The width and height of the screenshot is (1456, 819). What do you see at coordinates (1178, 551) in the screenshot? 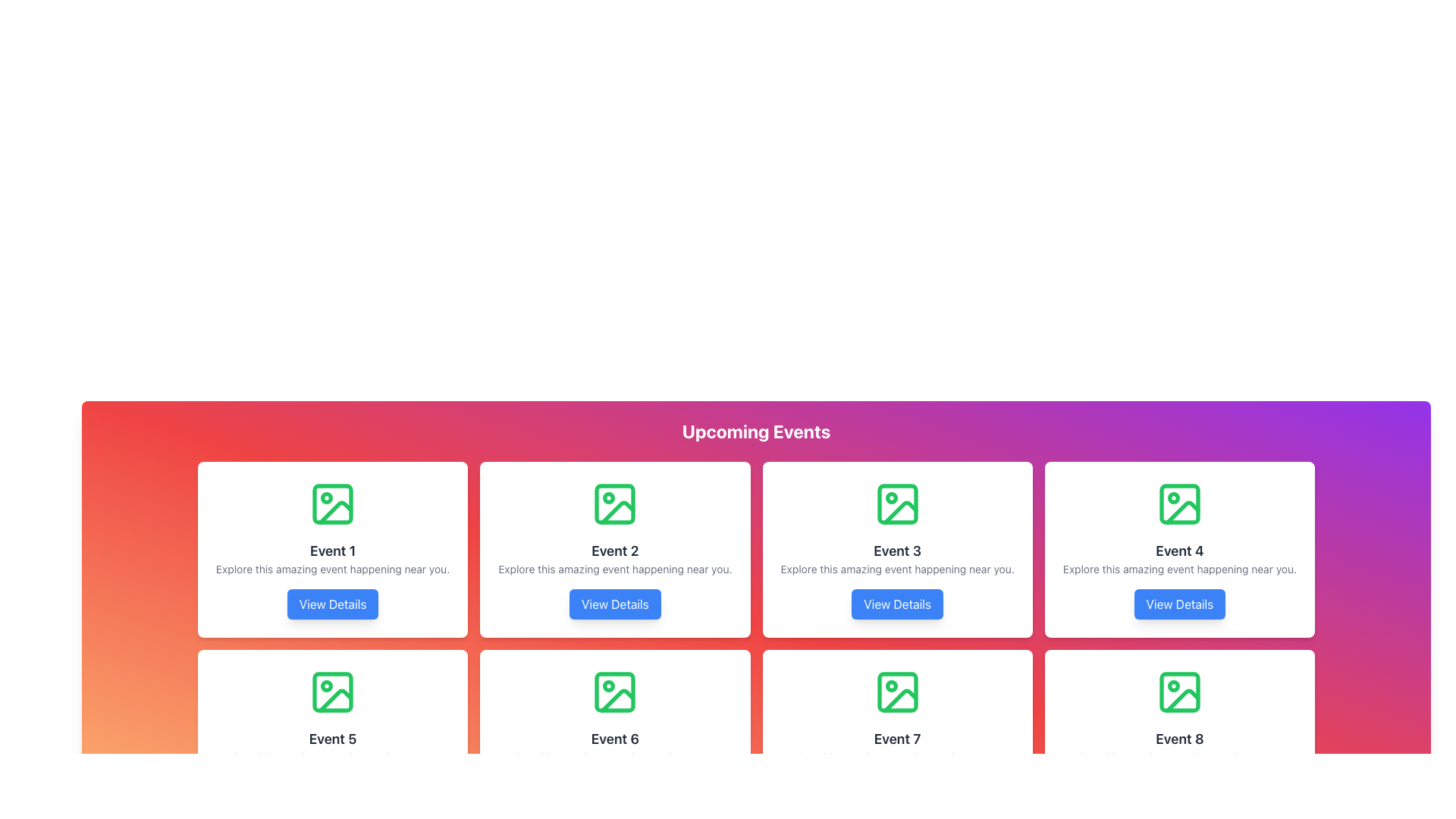
I see `event title from the text label located in the fourth card of the grid, positioned above the description text and below the event image` at bounding box center [1178, 551].